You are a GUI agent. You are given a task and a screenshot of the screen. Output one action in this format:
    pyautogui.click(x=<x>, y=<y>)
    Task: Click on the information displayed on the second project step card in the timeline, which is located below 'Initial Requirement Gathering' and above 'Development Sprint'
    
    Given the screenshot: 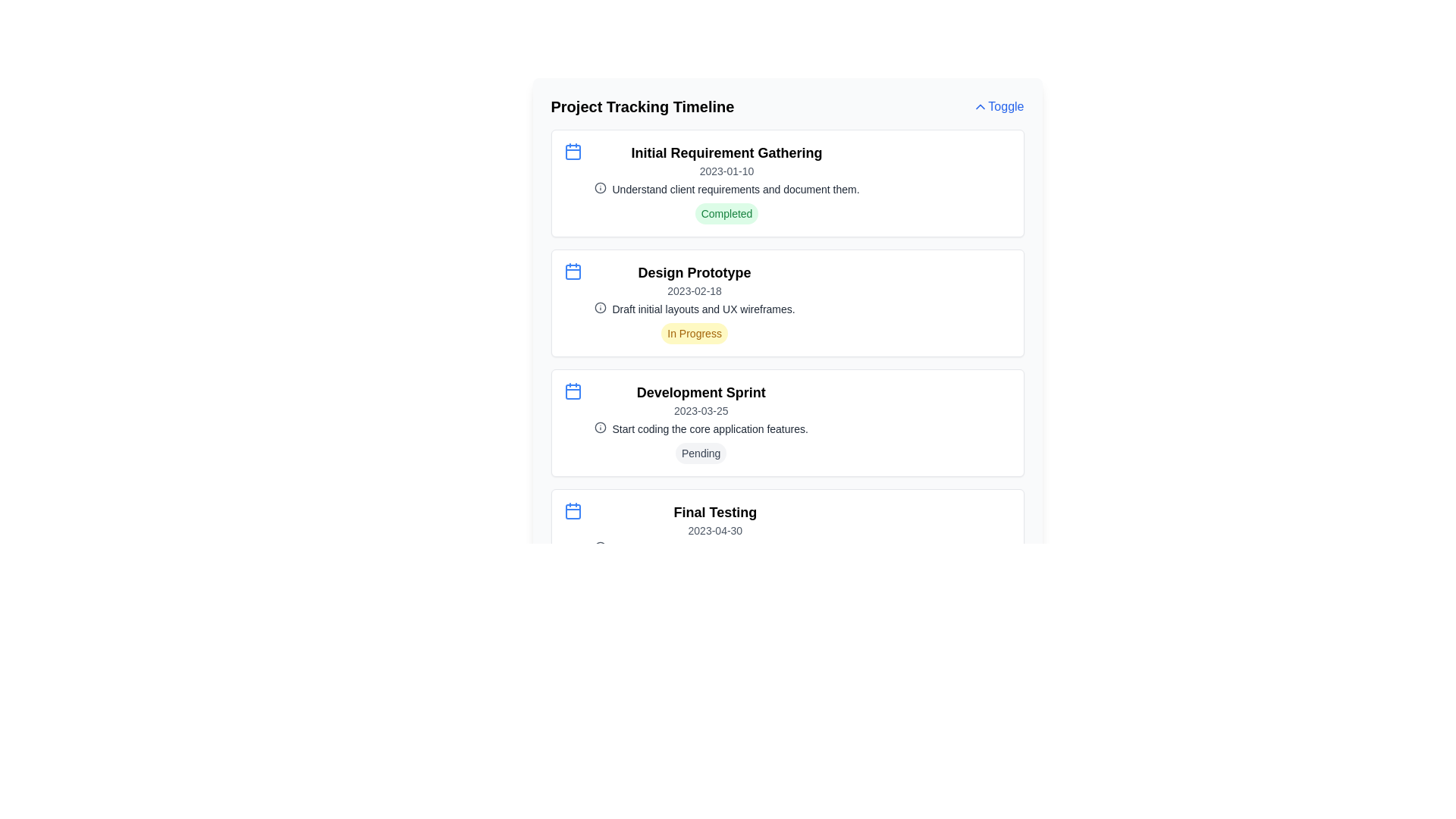 What is the action you would take?
    pyautogui.click(x=787, y=303)
    